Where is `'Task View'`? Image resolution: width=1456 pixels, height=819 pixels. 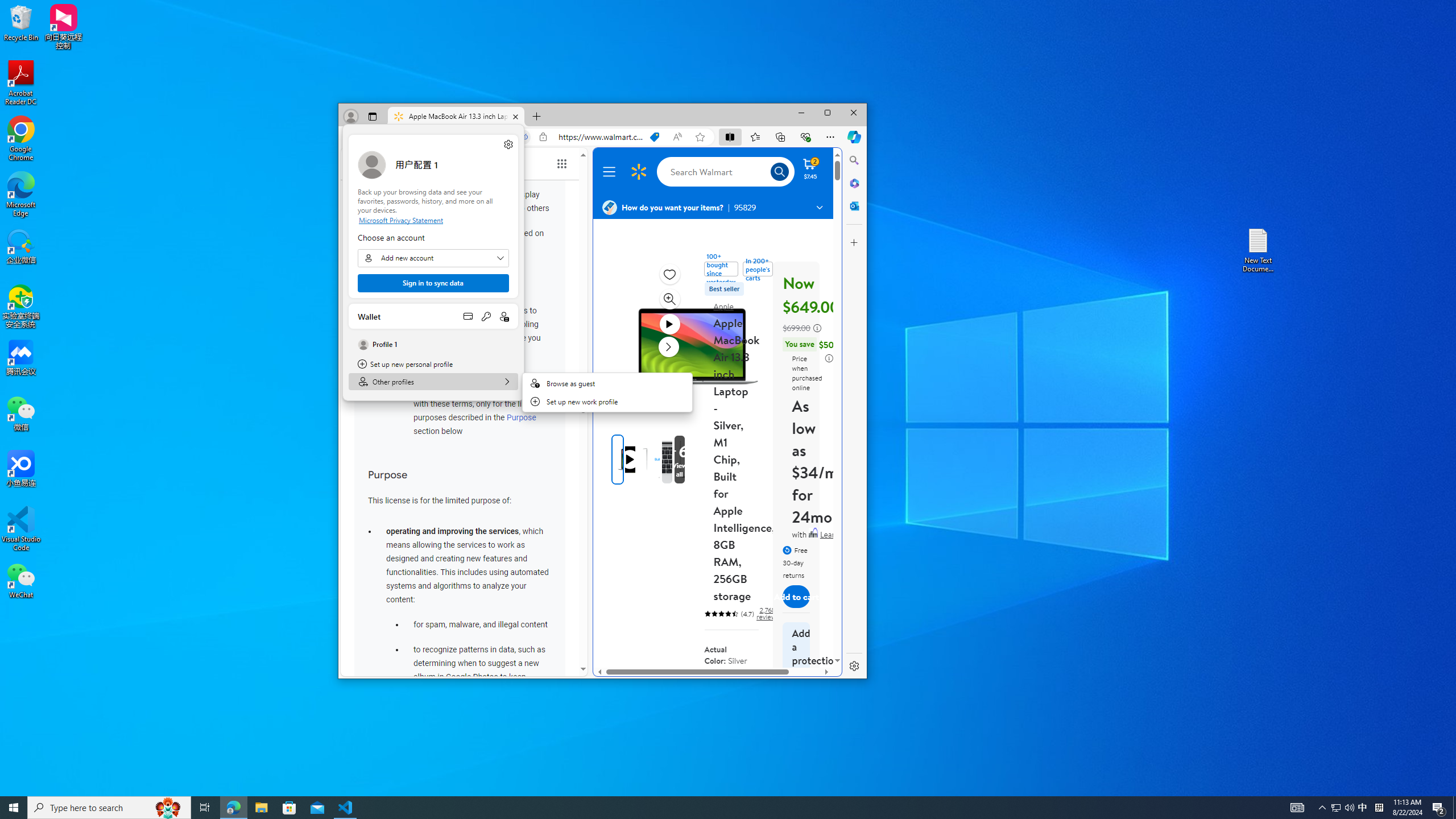
'Task View' is located at coordinates (204, 806).